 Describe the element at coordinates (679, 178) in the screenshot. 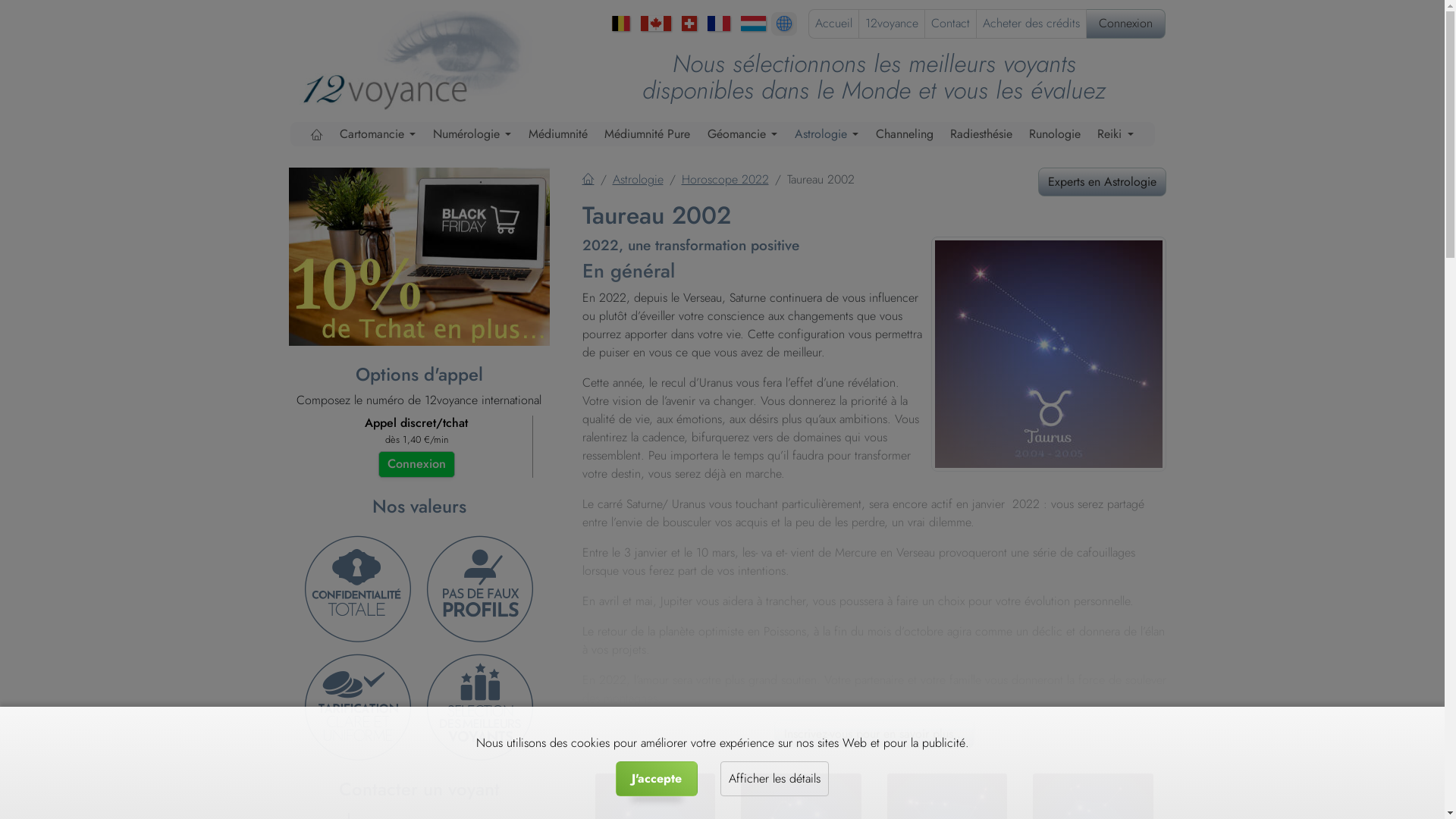

I see `'Horoscope 2022'` at that location.